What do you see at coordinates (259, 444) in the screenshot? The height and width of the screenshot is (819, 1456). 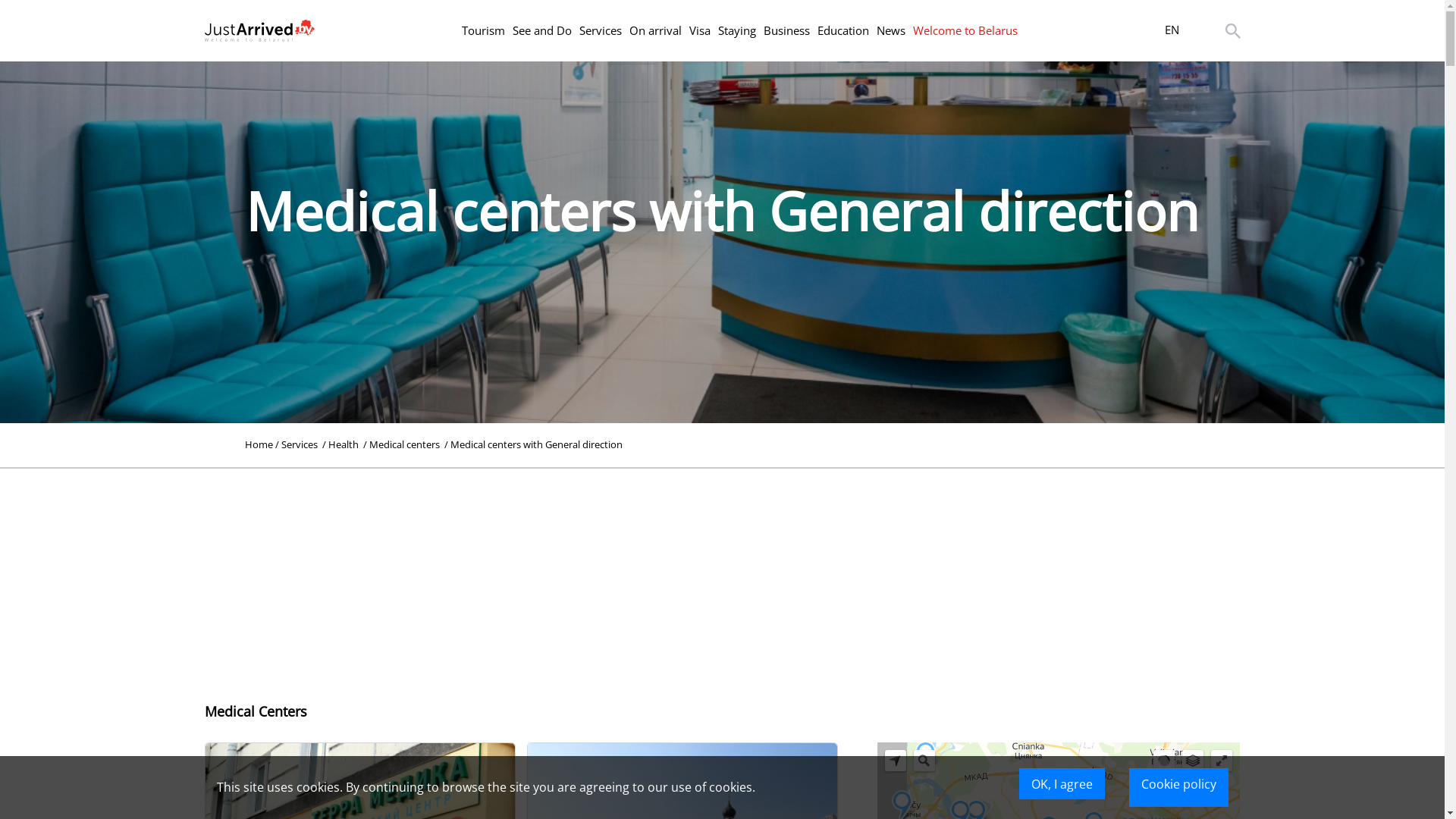 I see `' Home '` at bounding box center [259, 444].